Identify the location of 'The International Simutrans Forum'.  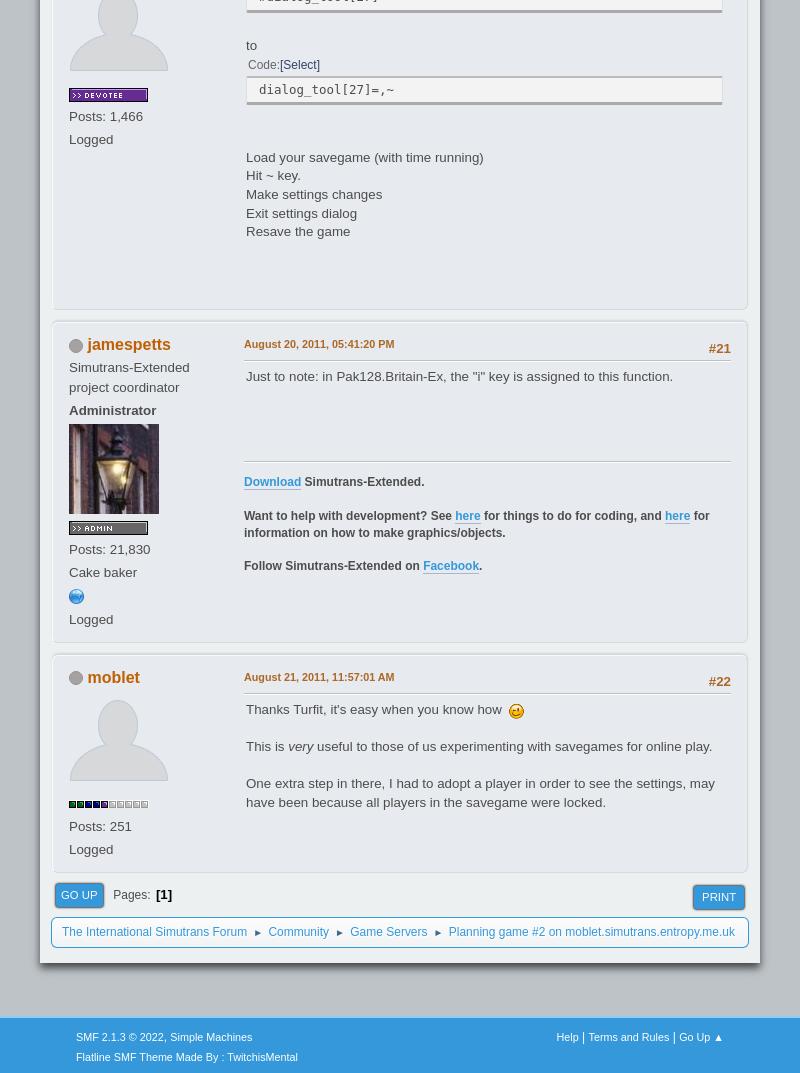
(154, 932).